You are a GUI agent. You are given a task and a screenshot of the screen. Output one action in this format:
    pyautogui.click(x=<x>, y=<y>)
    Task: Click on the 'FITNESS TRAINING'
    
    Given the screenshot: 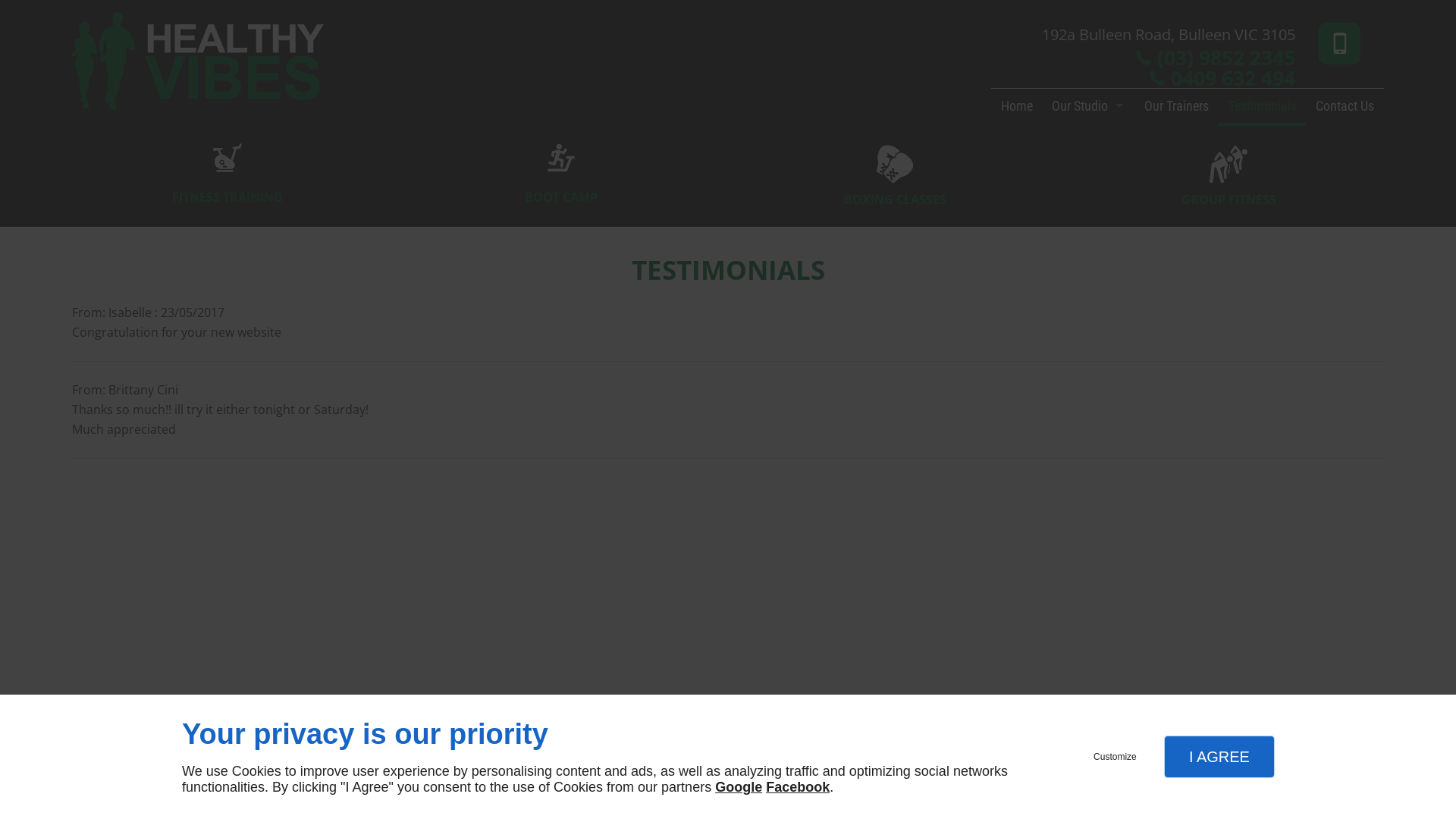 What is the action you would take?
    pyautogui.click(x=226, y=171)
    